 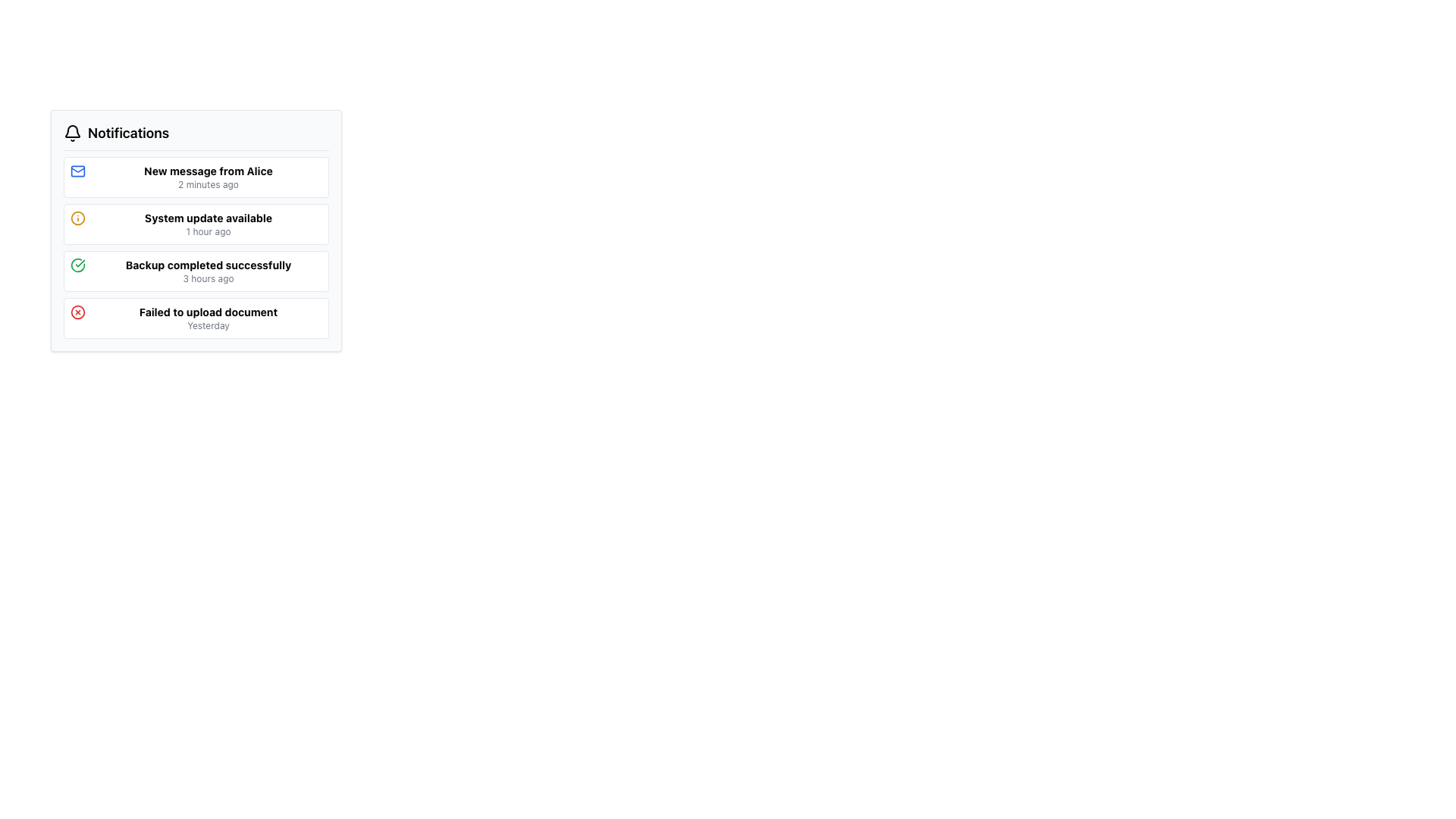 I want to click on information displayed in the text label that reads '1 hour ago', which is styled with an extra-small font size and gray color, located below the 'System update available' label in the notification list, so click(x=207, y=231).